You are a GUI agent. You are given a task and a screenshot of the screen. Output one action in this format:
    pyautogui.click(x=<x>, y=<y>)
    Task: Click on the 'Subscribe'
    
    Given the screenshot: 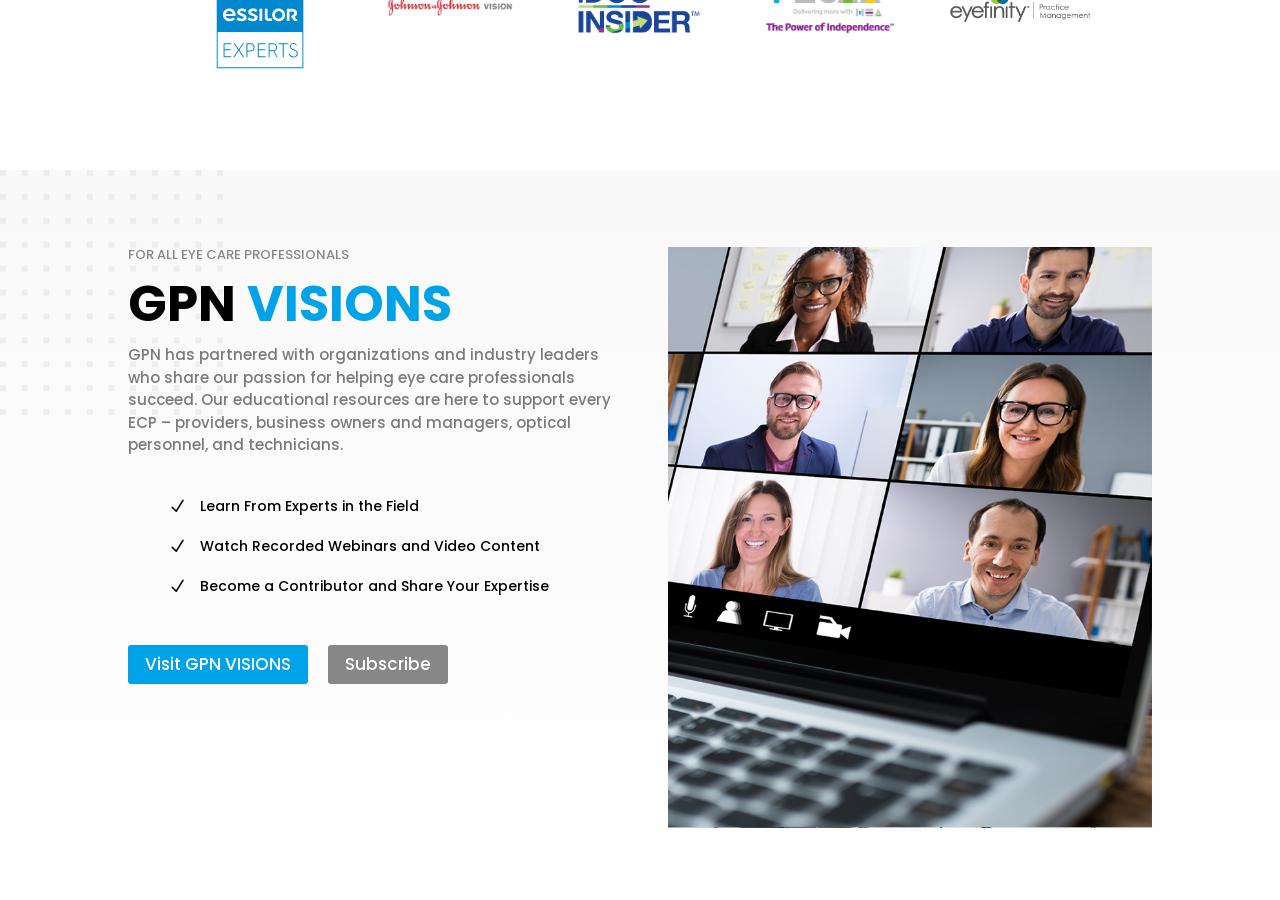 What is the action you would take?
    pyautogui.click(x=387, y=664)
    